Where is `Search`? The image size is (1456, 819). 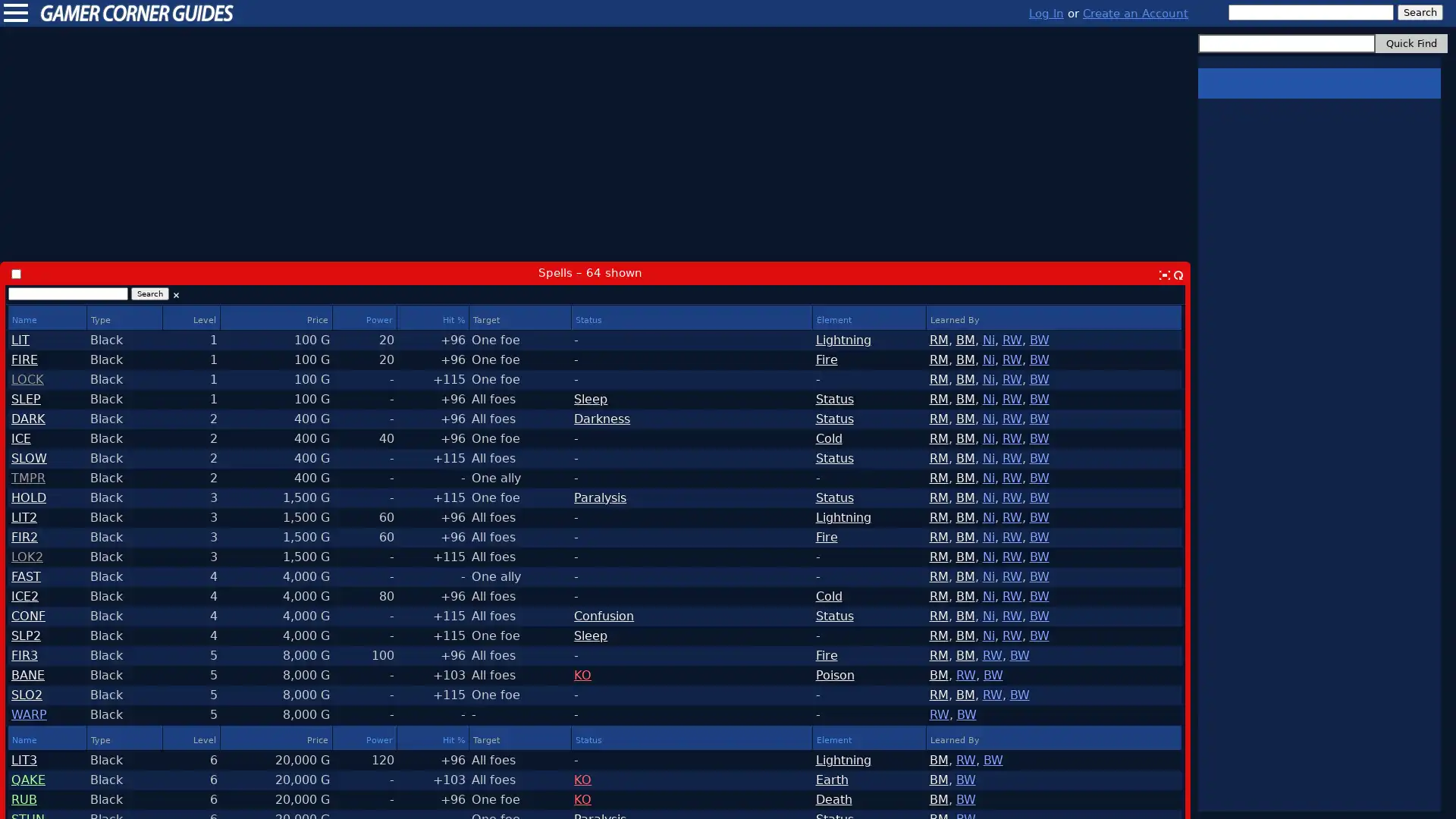 Search is located at coordinates (149, 293).